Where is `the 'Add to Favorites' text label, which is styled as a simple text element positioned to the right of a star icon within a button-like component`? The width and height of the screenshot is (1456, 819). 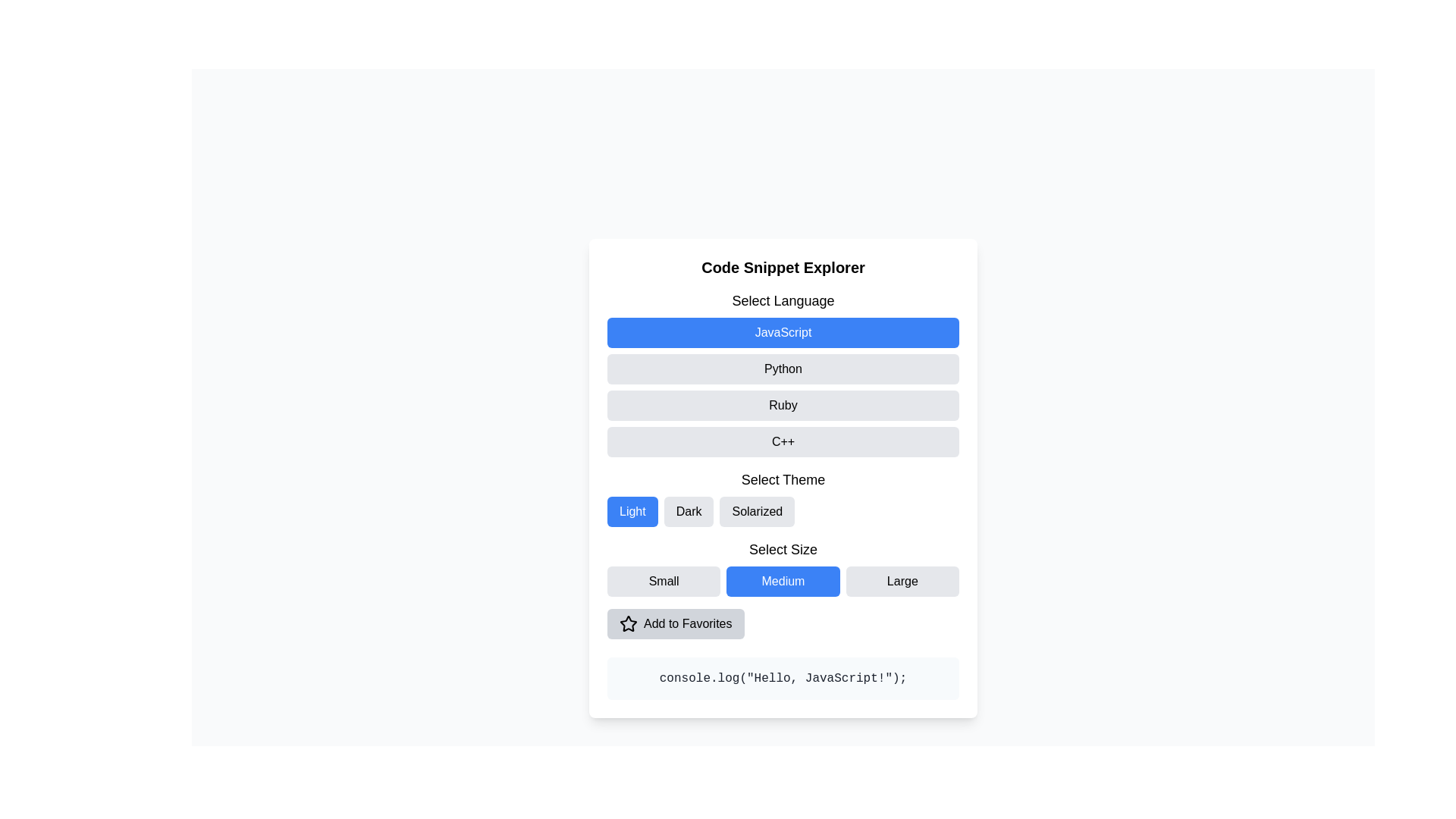
the 'Add to Favorites' text label, which is styled as a simple text element positioned to the right of a star icon within a button-like component is located at coordinates (687, 623).